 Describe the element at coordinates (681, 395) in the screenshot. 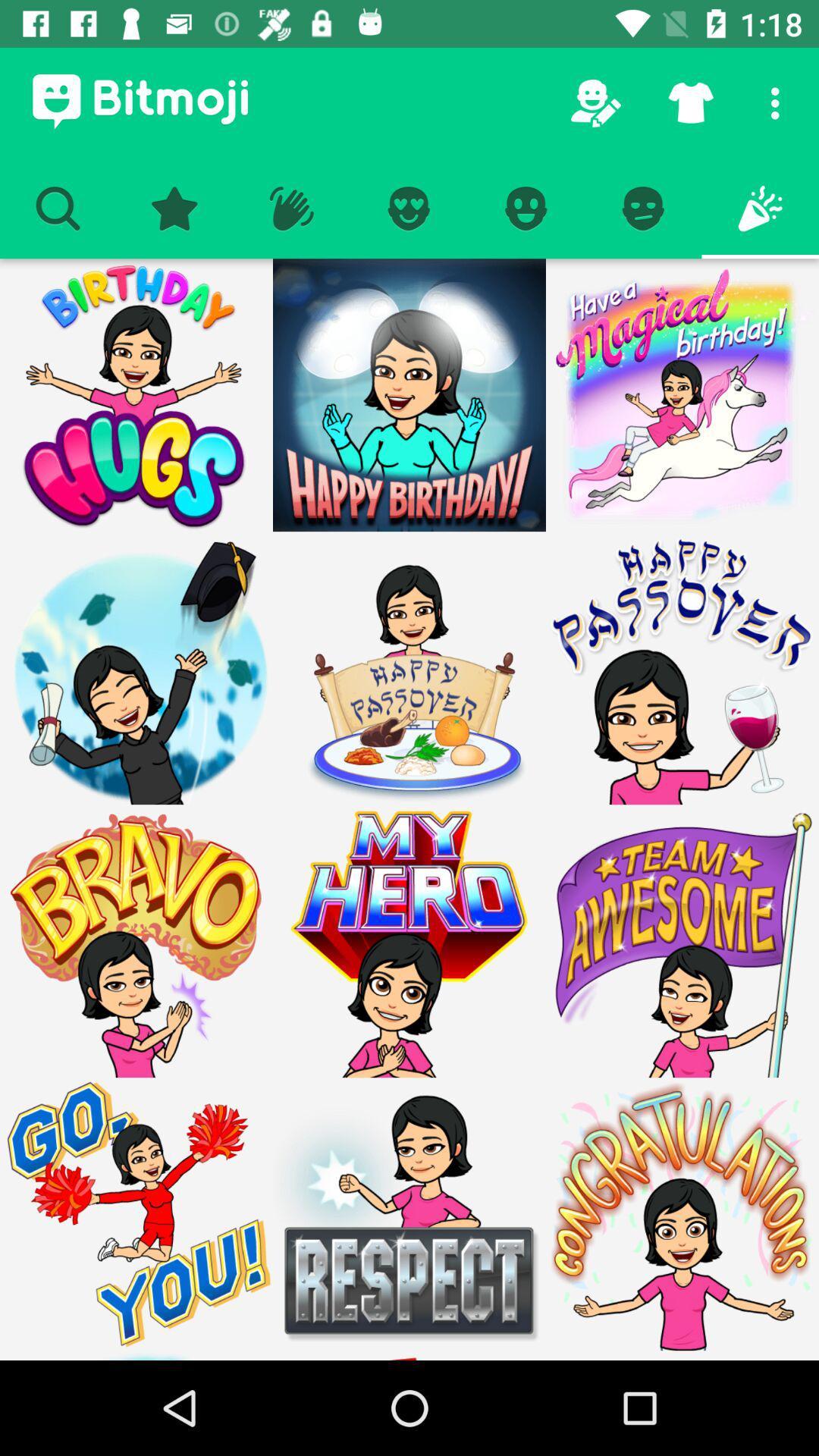

I see `magic birthday bitmoji` at that location.